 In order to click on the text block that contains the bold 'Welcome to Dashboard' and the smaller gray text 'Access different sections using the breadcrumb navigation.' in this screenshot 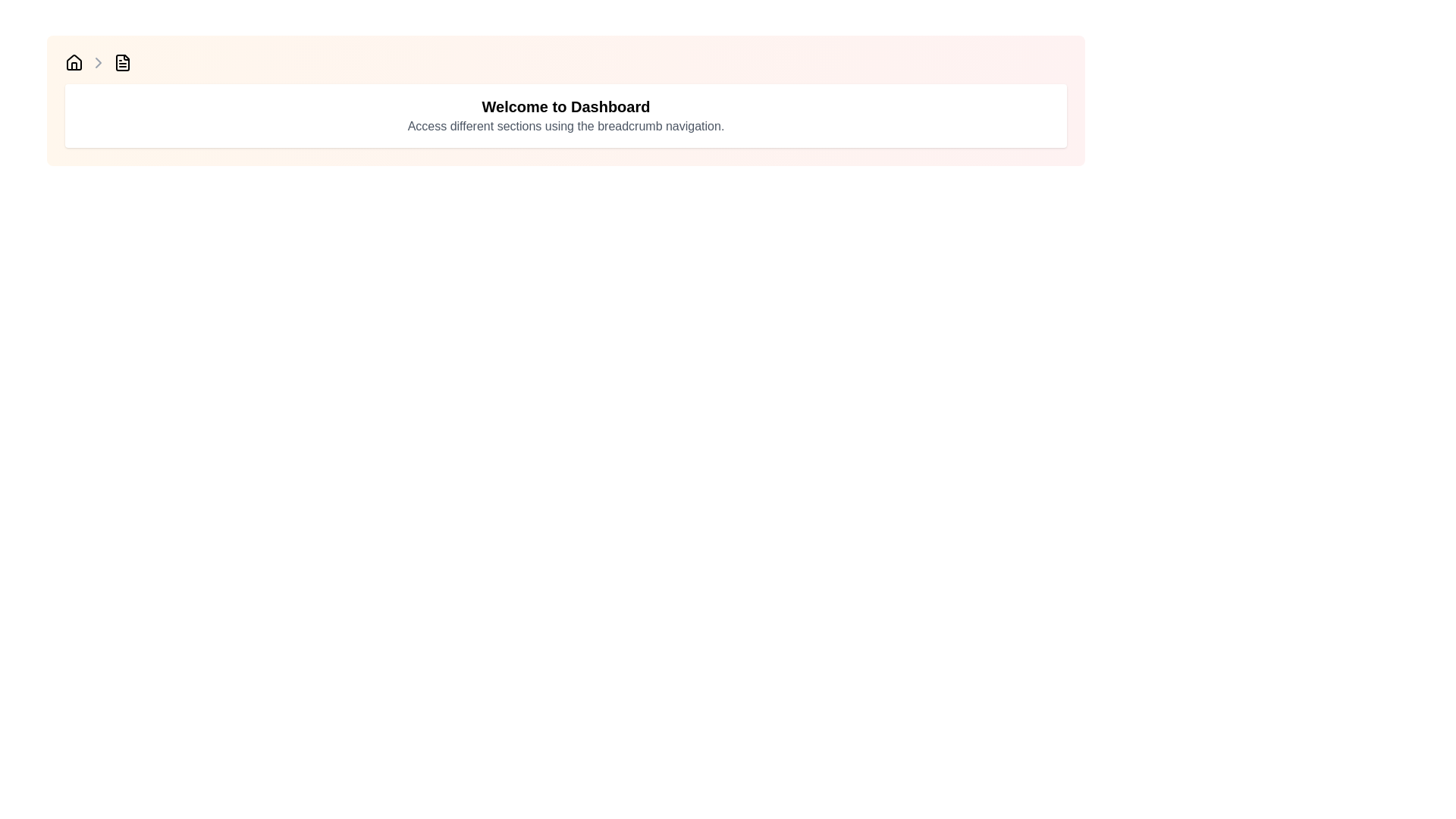, I will do `click(565, 115)`.